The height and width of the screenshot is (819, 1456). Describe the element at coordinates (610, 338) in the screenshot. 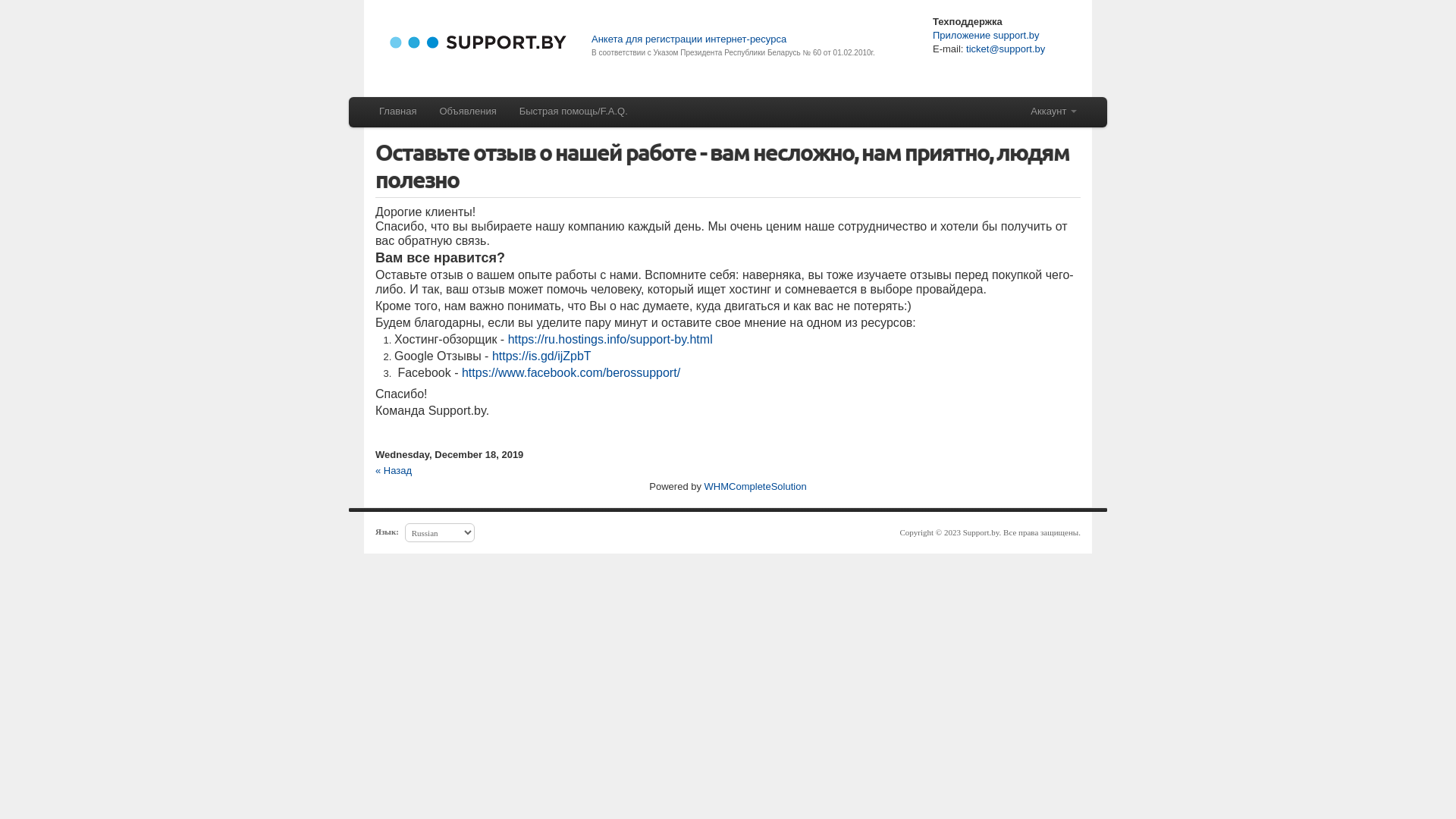

I see `'https://ru.hostings.info/support-by.html'` at that location.